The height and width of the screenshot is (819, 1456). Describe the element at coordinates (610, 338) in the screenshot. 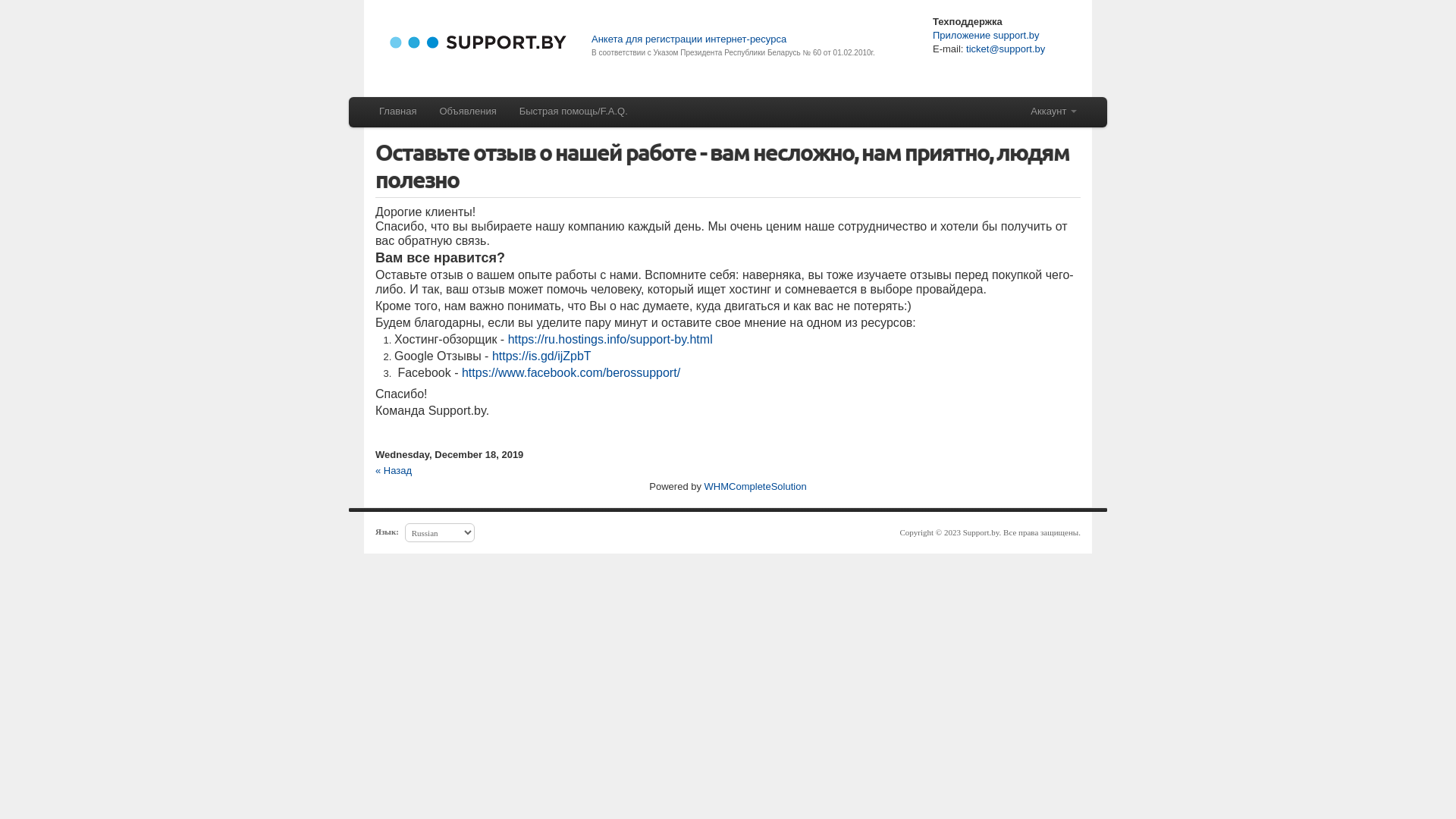

I see `'https://ru.hostings.info/support-by.html'` at that location.